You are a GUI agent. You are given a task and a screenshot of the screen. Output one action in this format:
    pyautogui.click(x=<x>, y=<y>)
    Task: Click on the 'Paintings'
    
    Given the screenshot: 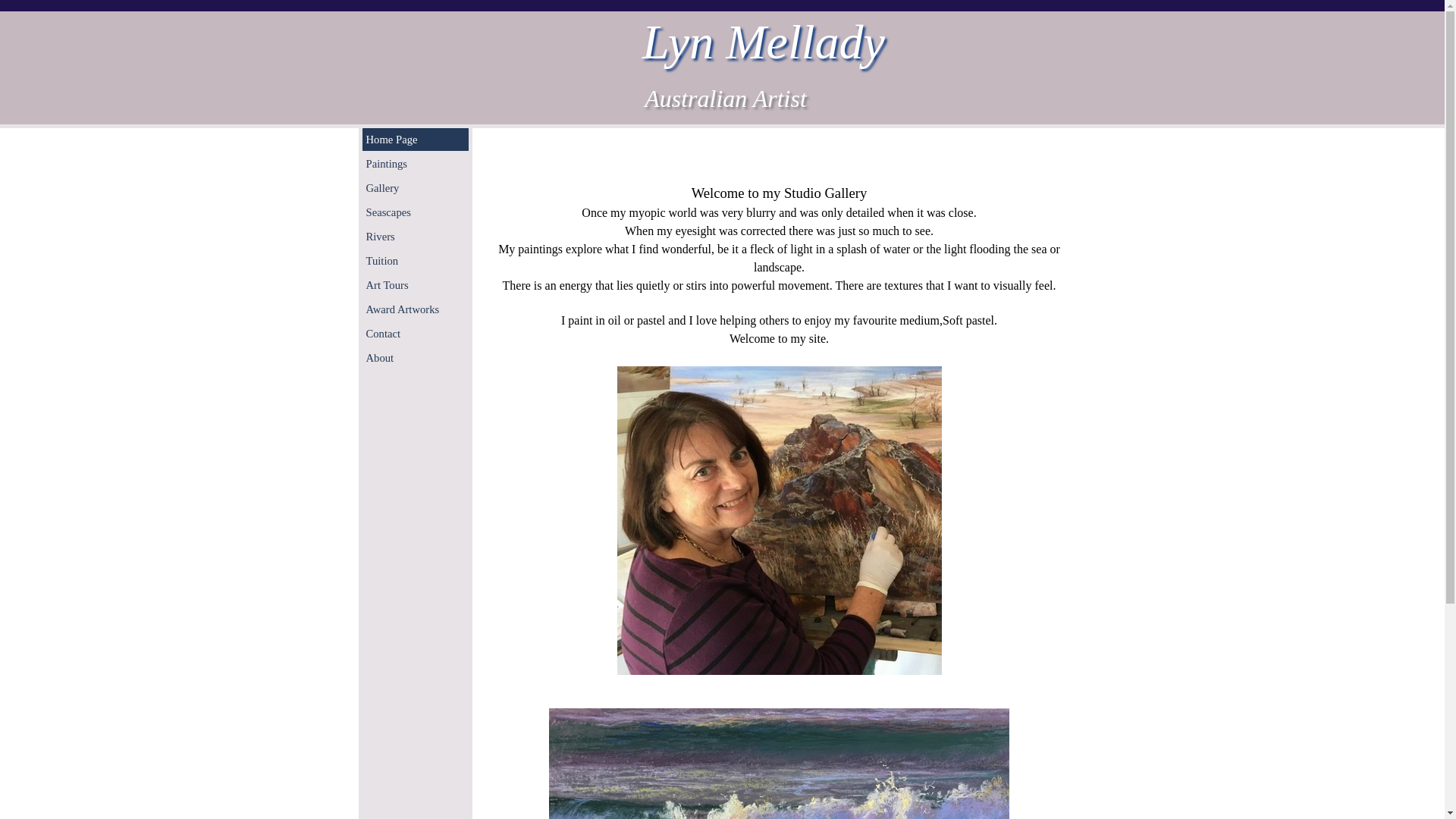 What is the action you would take?
    pyautogui.click(x=415, y=164)
    